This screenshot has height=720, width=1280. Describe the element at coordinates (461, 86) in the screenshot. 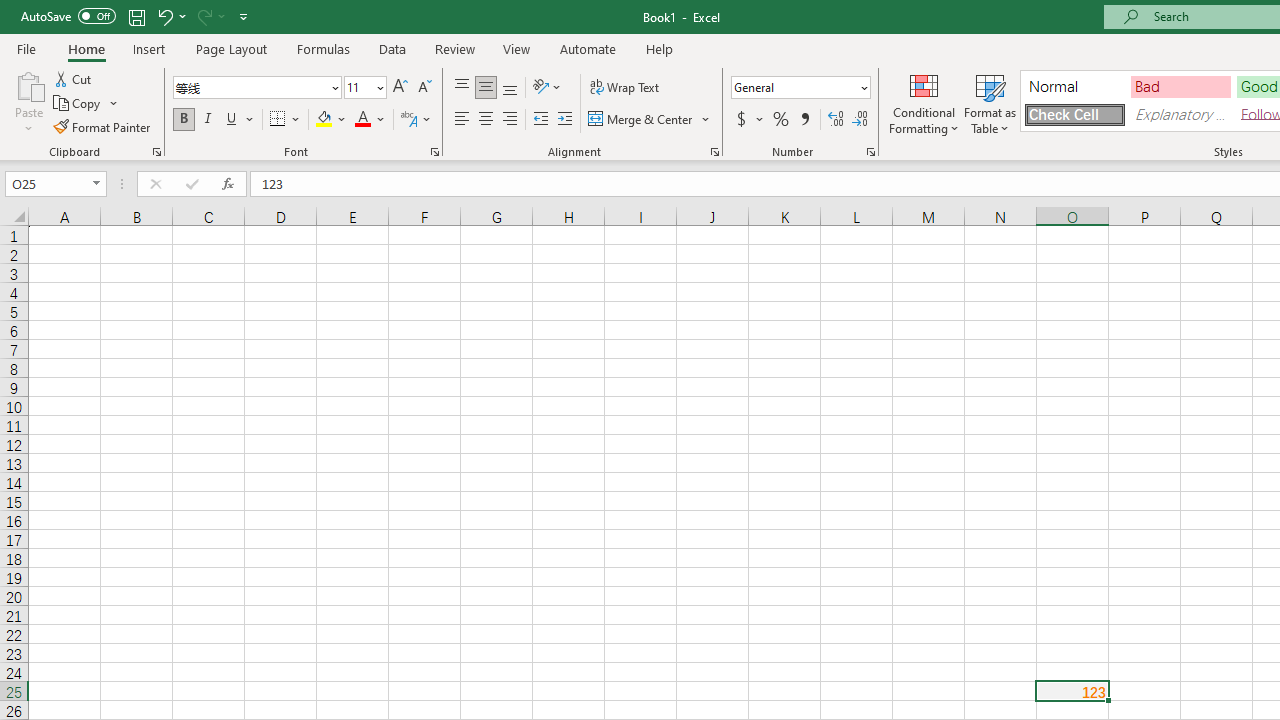

I see `'Top Align'` at that location.